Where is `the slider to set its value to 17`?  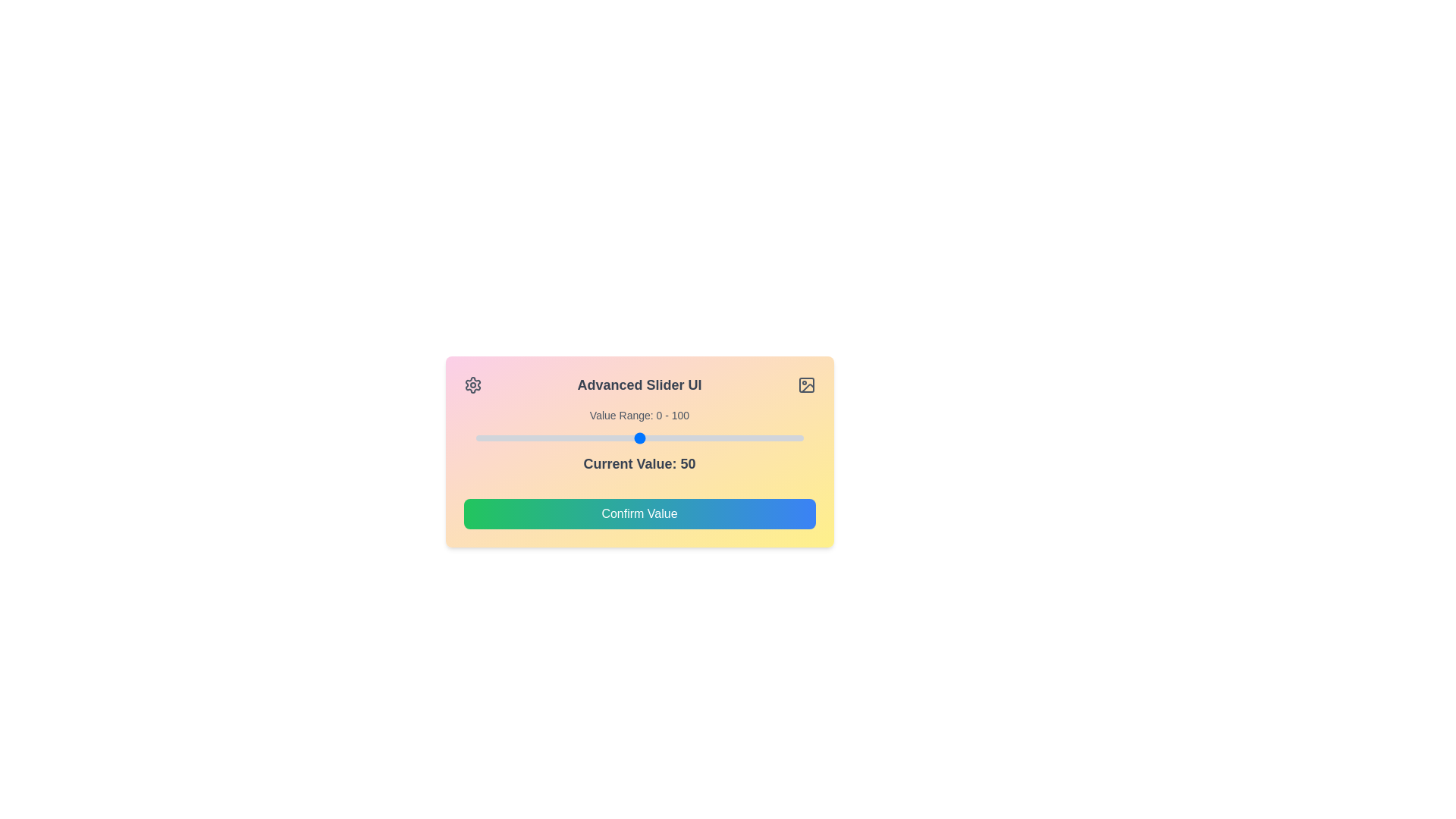 the slider to set its value to 17 is located at coordinates (531, 438).